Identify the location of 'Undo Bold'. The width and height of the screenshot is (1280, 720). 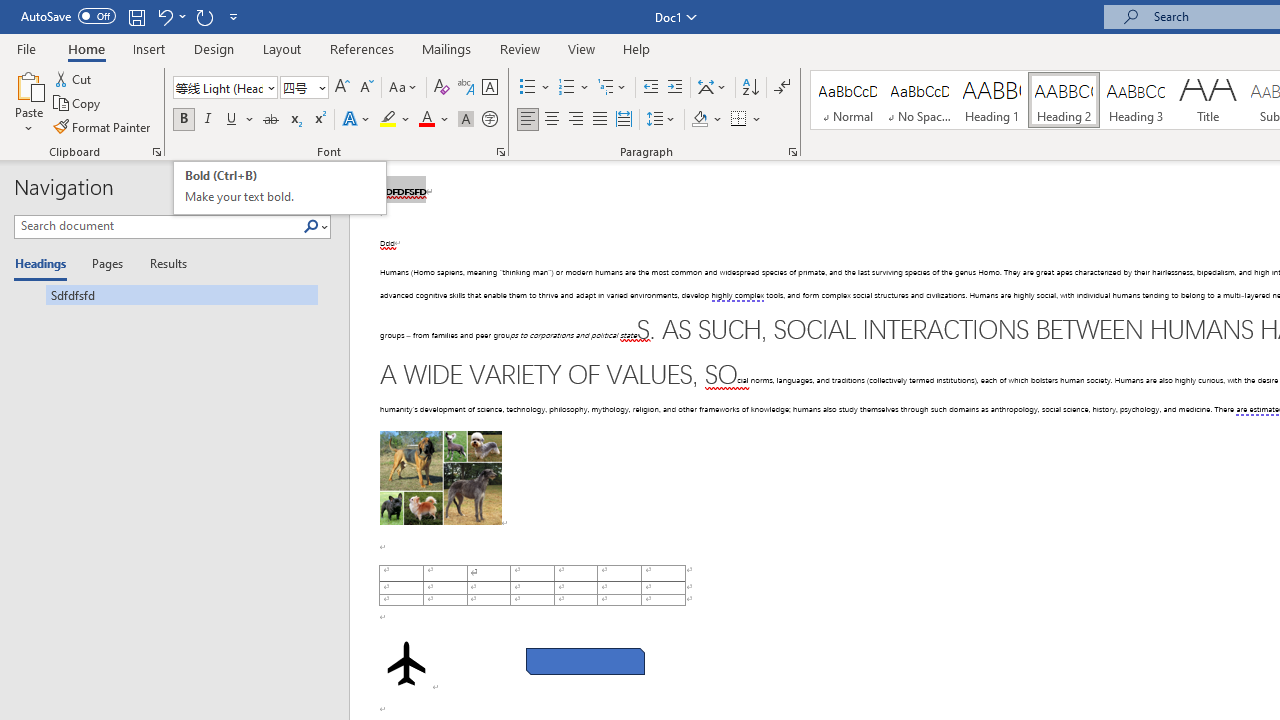
(170, 16).